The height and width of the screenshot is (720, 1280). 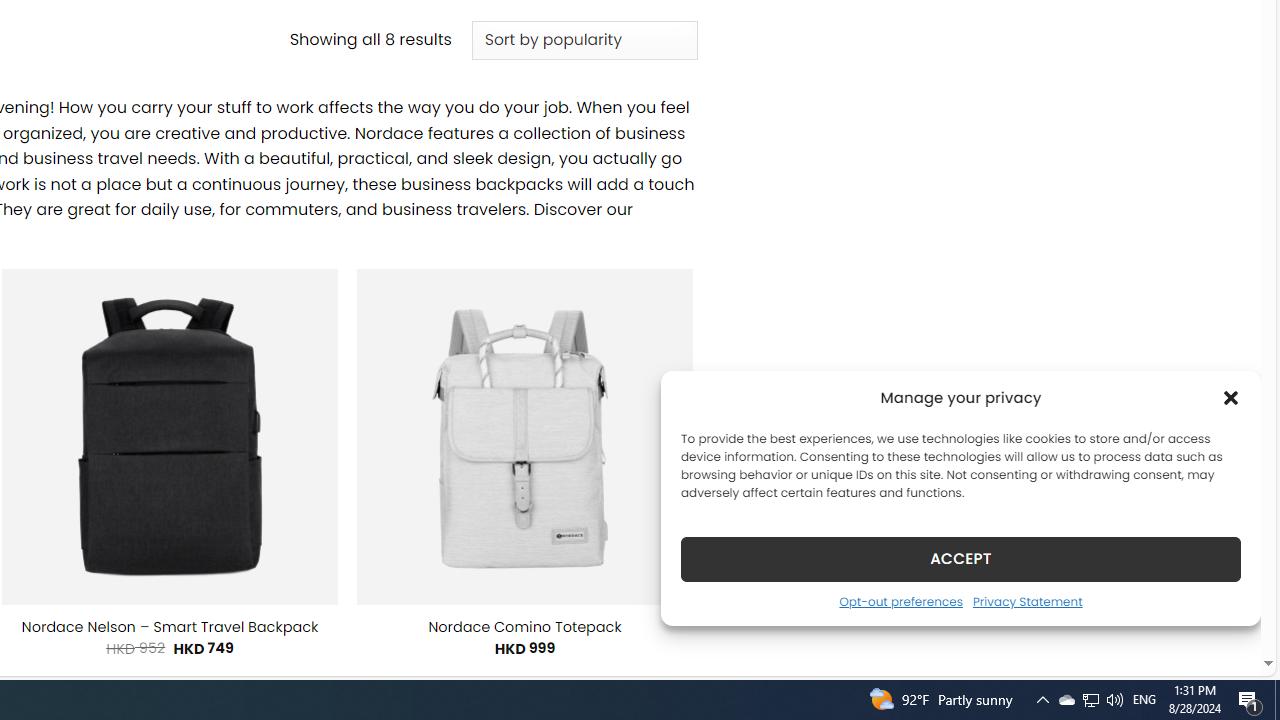 What do you see at coordinates (961, 558) in the screenshot?
I see `'ACCEPT'` at bounding box center [961, 558].